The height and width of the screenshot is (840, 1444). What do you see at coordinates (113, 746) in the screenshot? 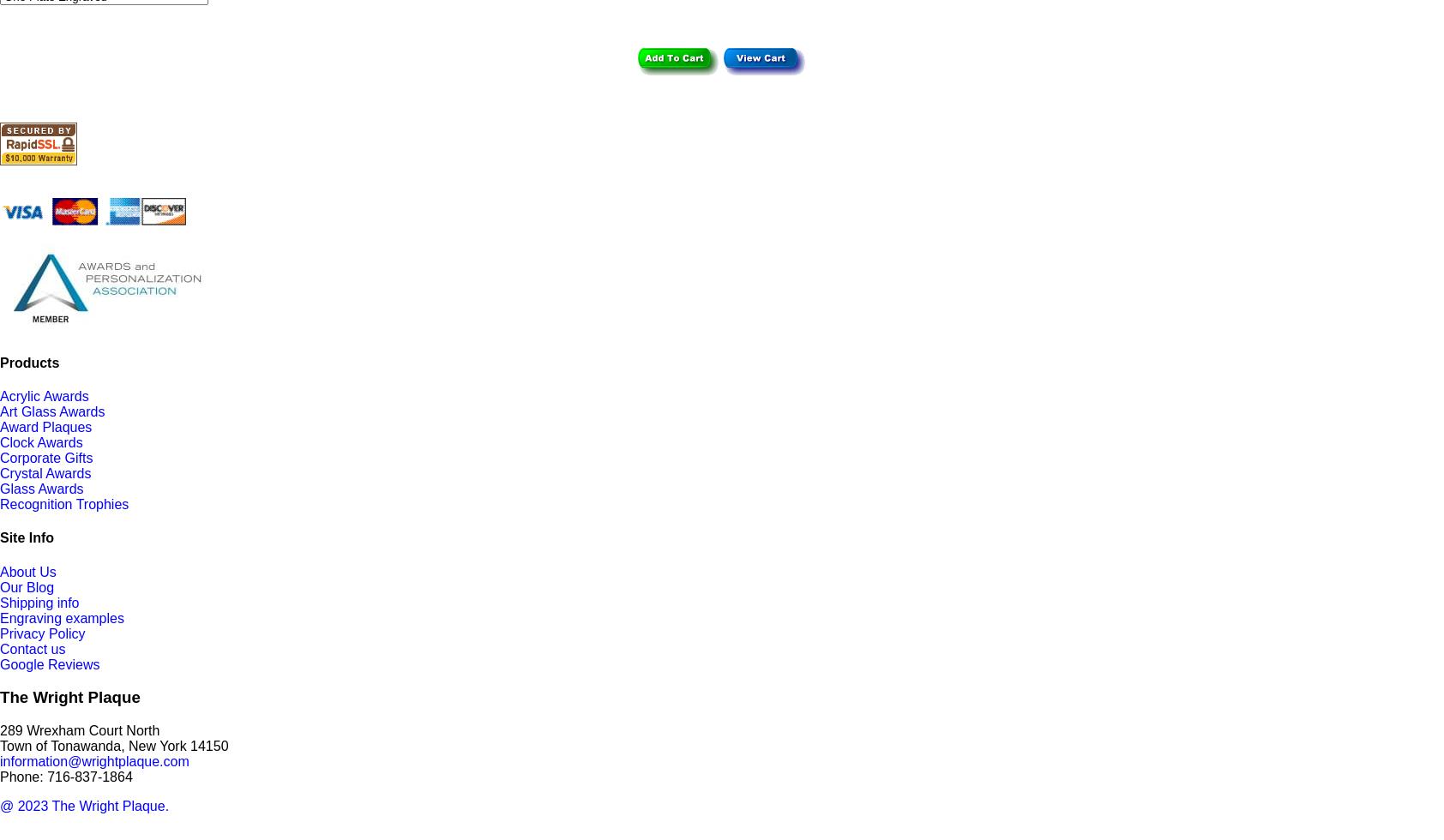
I see `'Town of Tonawanda, New York   14150'` at bounding box center [113, 746].